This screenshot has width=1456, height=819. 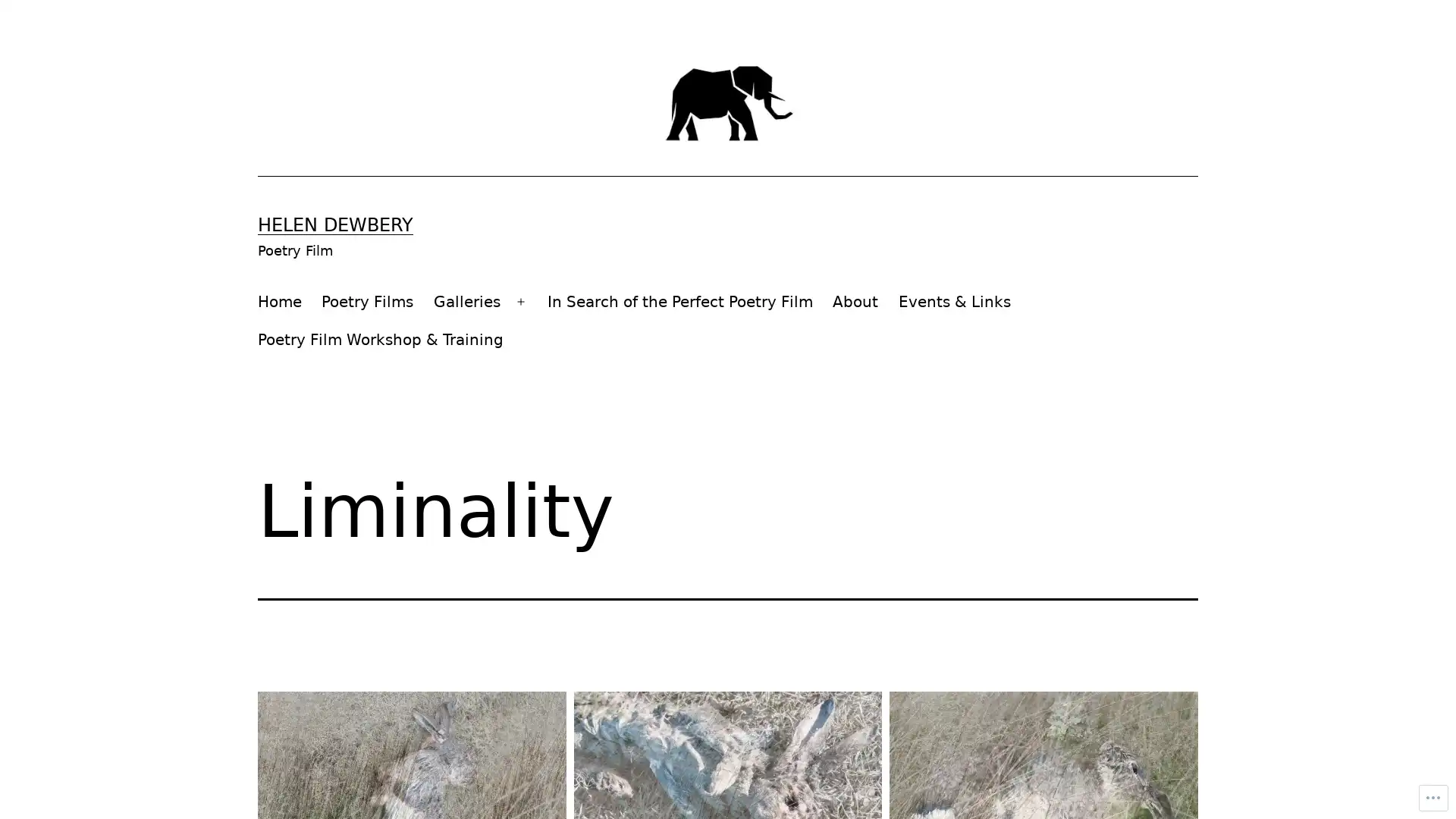 What do you see at coordinates (520, 301) in the screenshot?
I see `Open menu` at bounding box center [520, 301].